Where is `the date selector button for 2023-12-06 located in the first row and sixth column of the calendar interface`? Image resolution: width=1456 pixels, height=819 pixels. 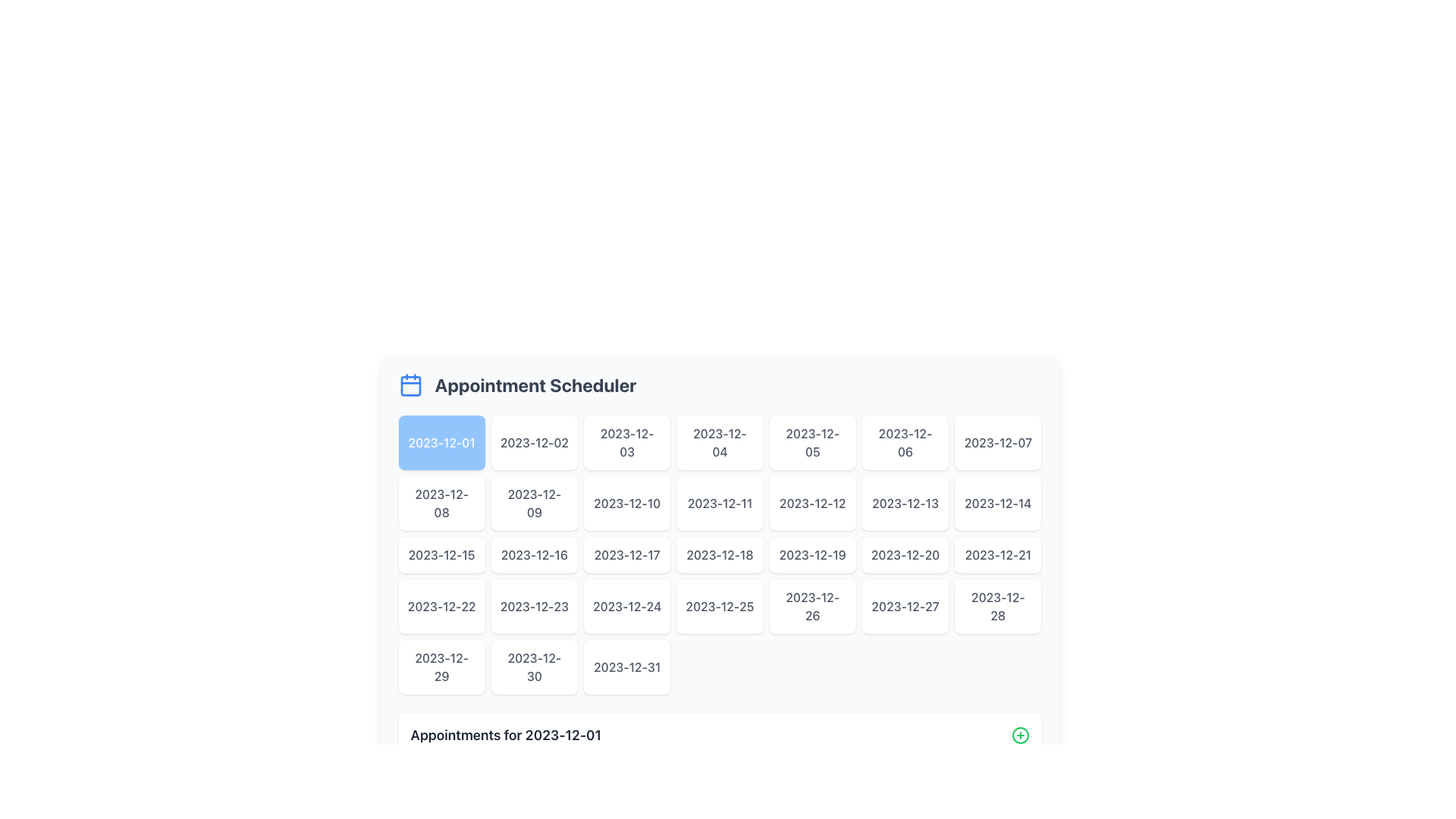
the date selector button for 2023-12-06 located in the first row and sixth column of the calendar interface is located at coordinates (905, 442).